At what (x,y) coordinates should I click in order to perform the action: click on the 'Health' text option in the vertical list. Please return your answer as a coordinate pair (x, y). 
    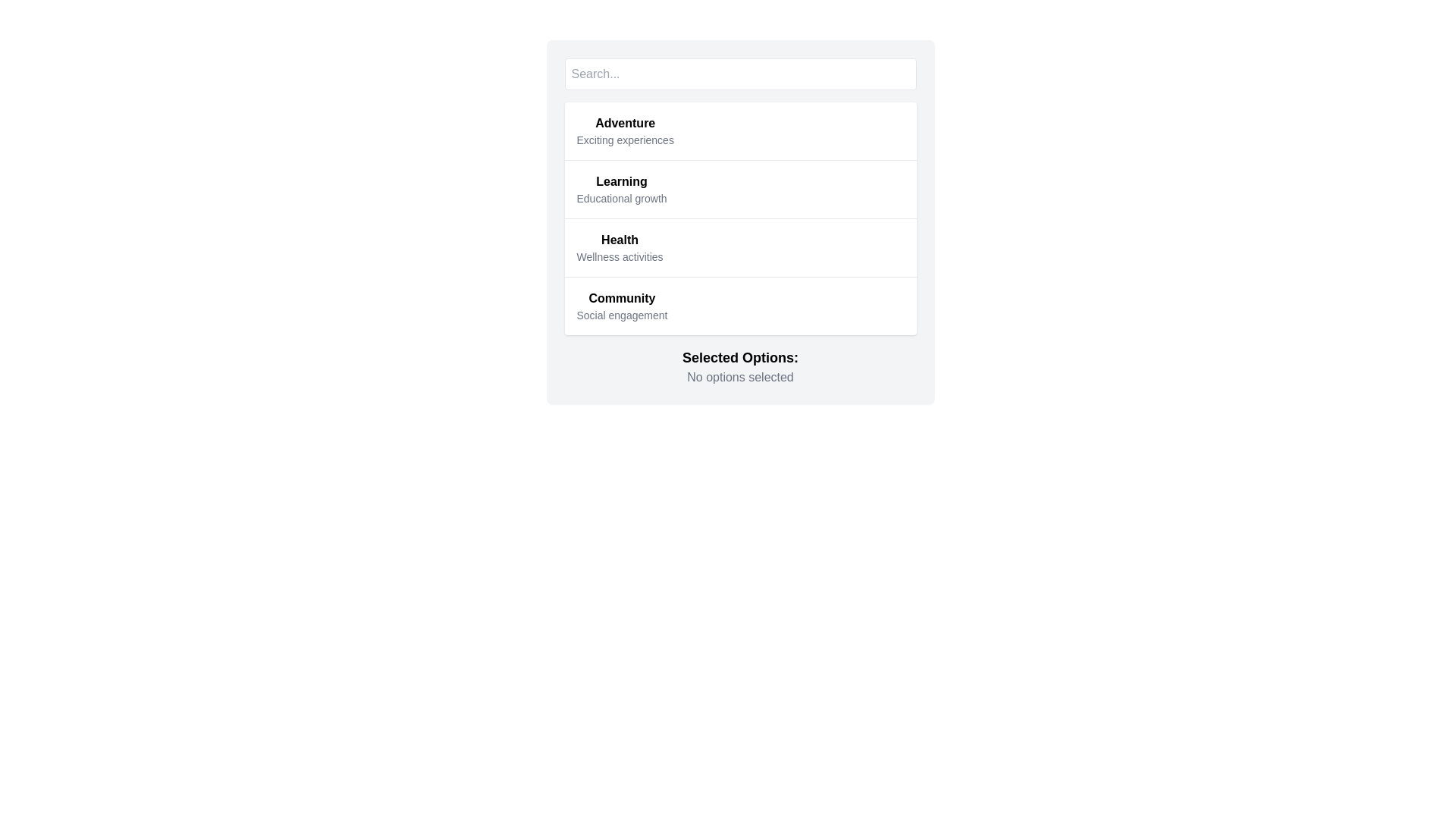
    Looking at the image, I should click on (620, 247).